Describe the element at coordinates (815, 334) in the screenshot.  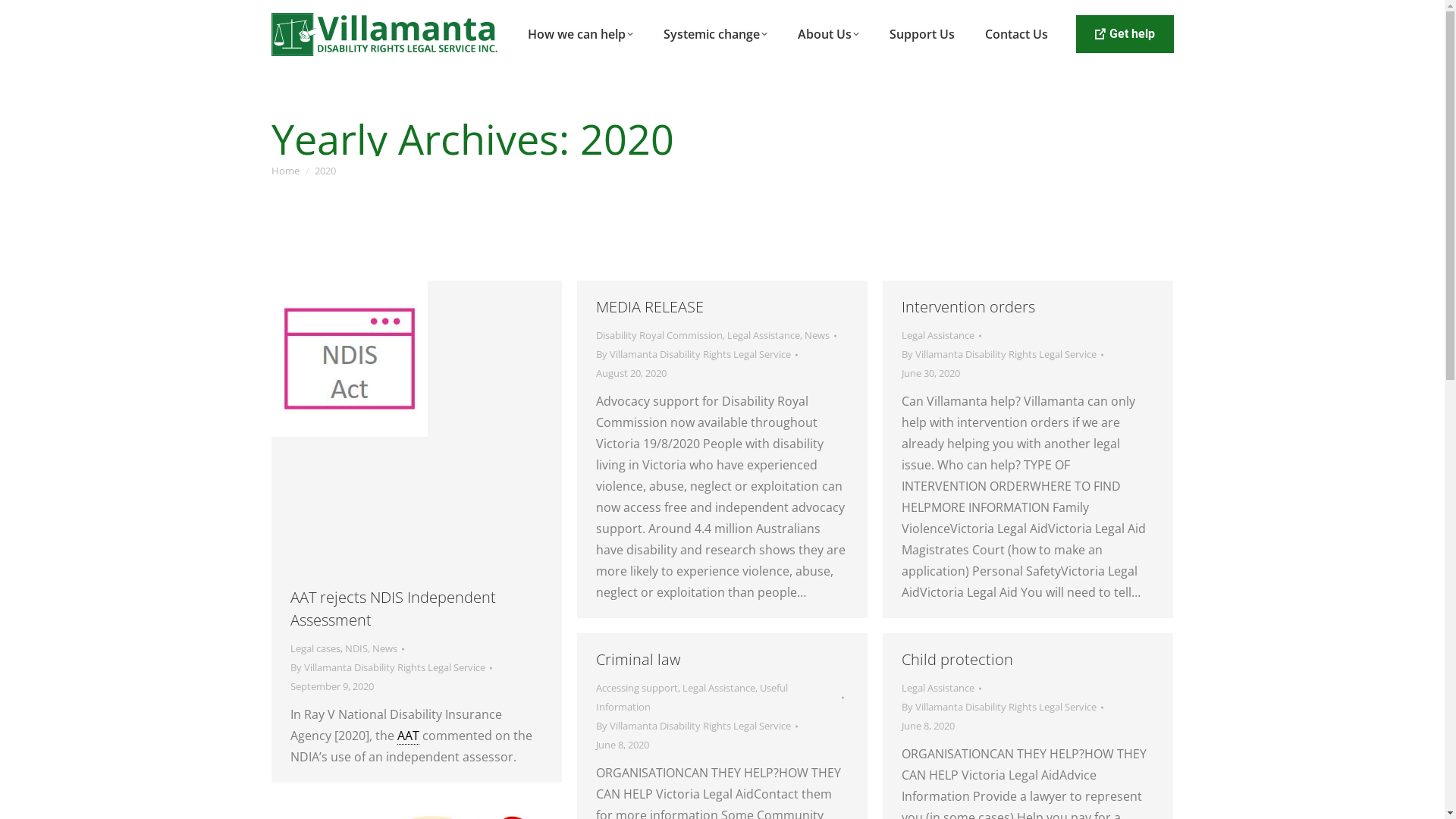
I see `'News'` at that location.